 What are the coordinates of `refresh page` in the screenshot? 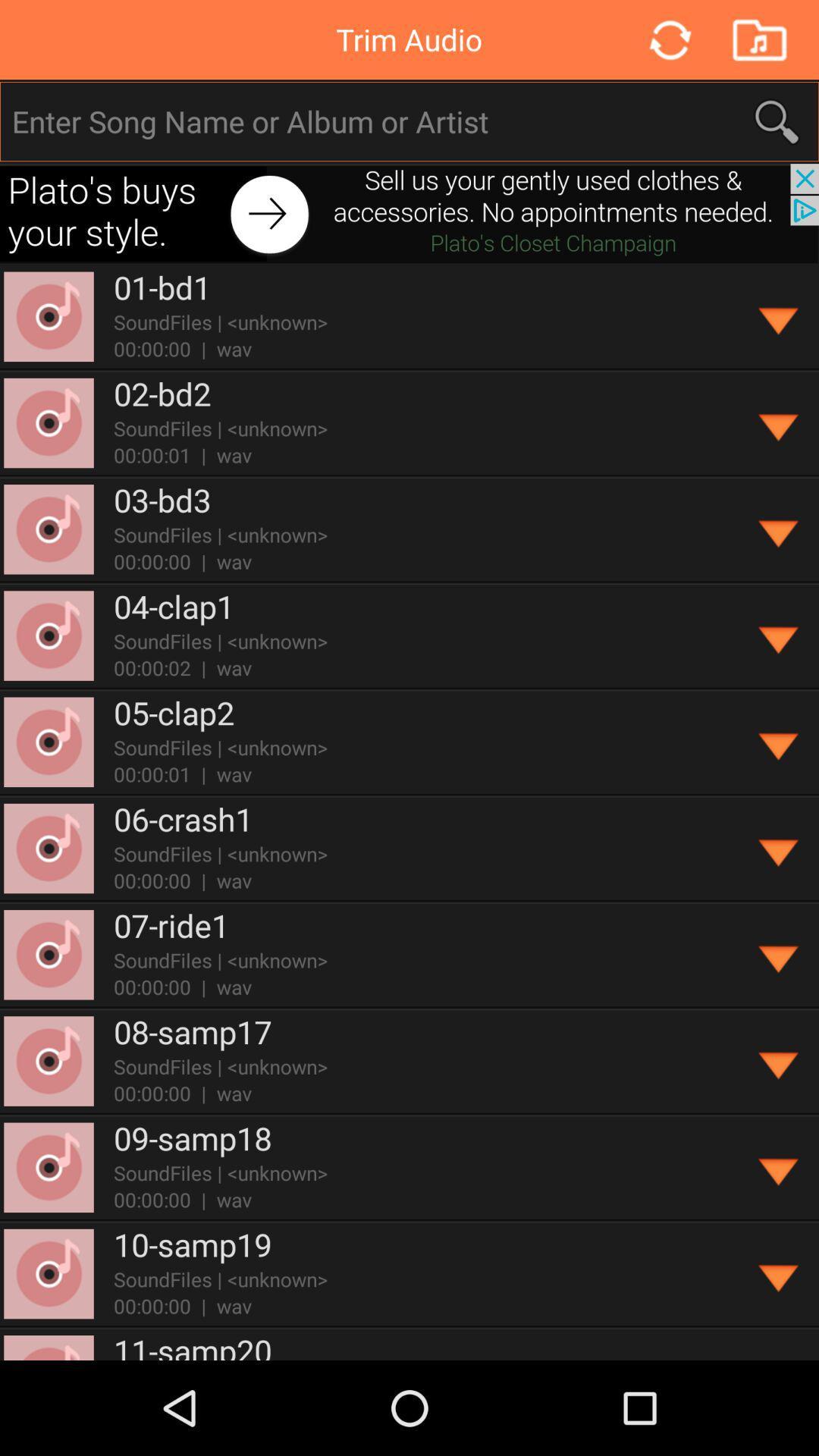 It's located at (668, 39).